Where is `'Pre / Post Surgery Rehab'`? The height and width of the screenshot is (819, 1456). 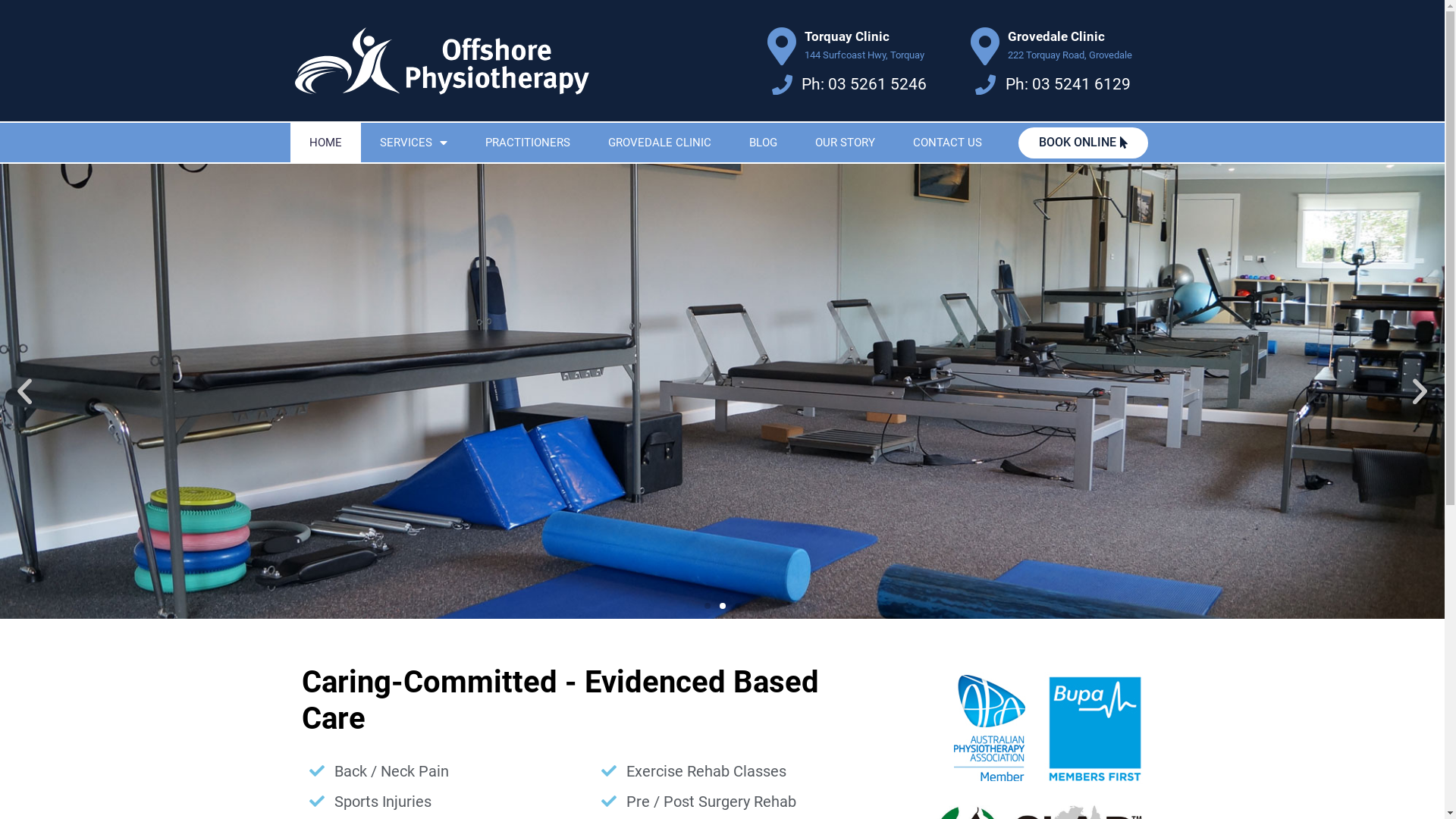 'Pre / Post Surgery Rehab' is located at coordinates (739, 800).